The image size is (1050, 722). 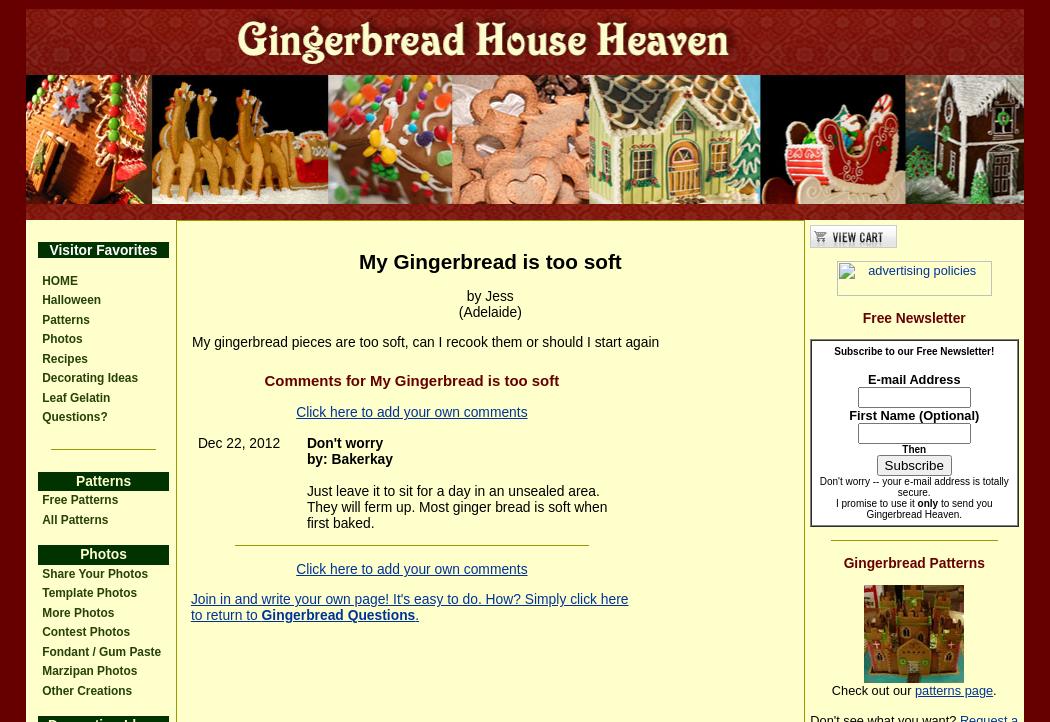 What do you see at coordinates (41, 377) in the screenshot?
I see `'Decorating Ideas'` at bounding box center [41, 377].